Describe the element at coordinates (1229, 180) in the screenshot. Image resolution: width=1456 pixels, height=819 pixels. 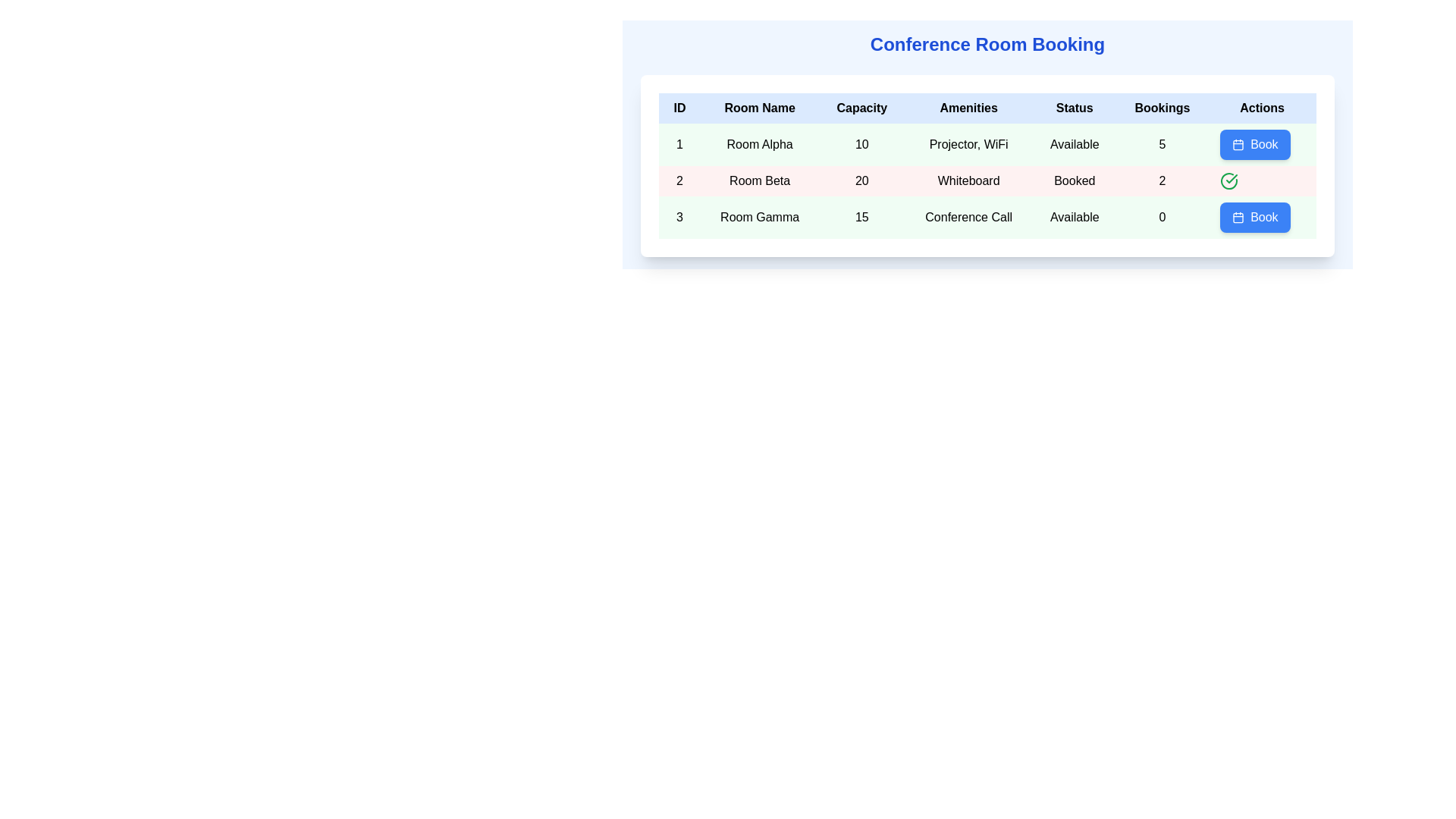
I see `the checkmark icon indicating a positive or completed status in the 'Actions' column of the second row in the booking table for 'Room Beta'` at that location.